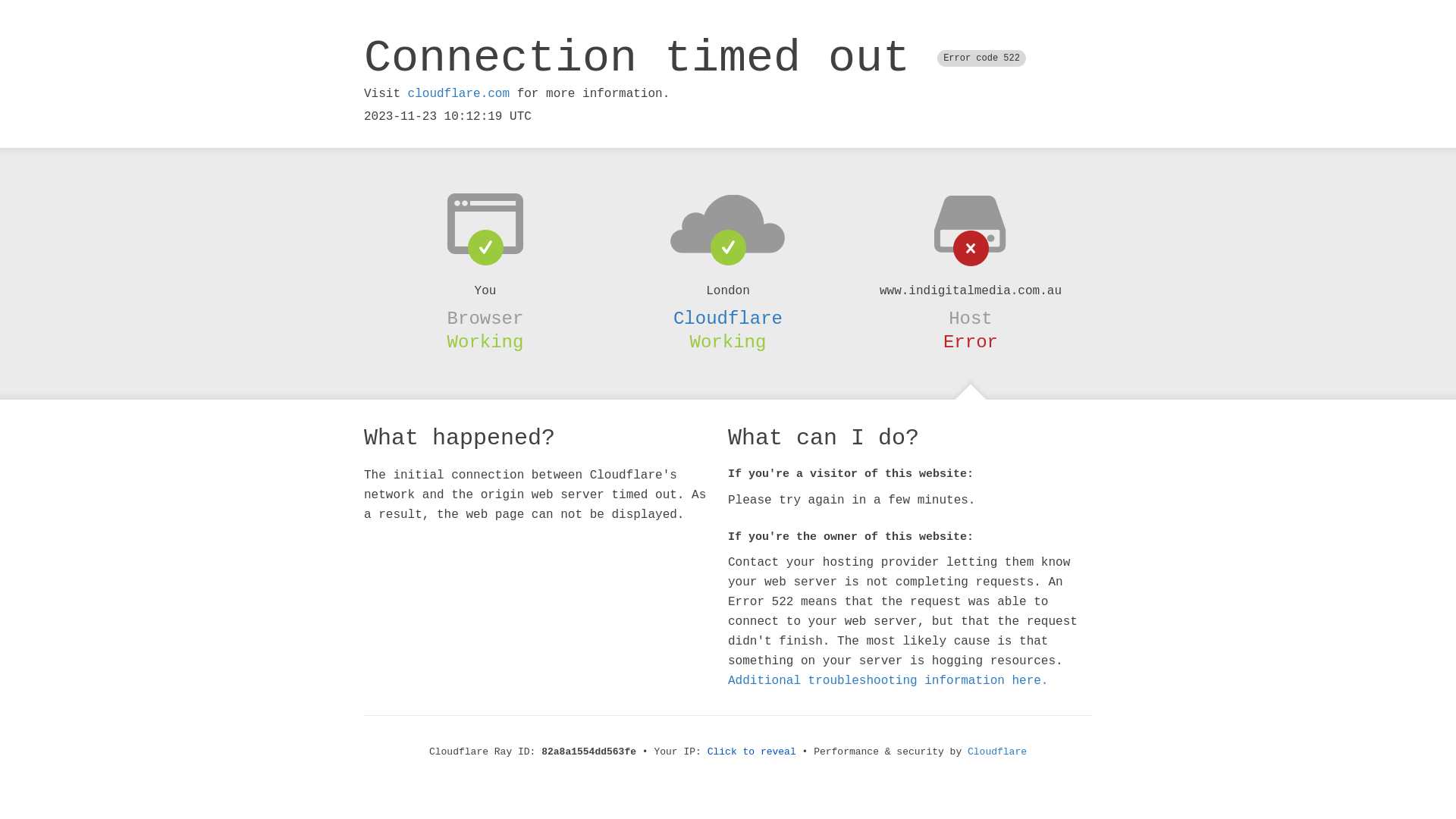 The width and height of the screenshot is (1456, 819). I want to click on 'Click to reveal', so click(752, 752).